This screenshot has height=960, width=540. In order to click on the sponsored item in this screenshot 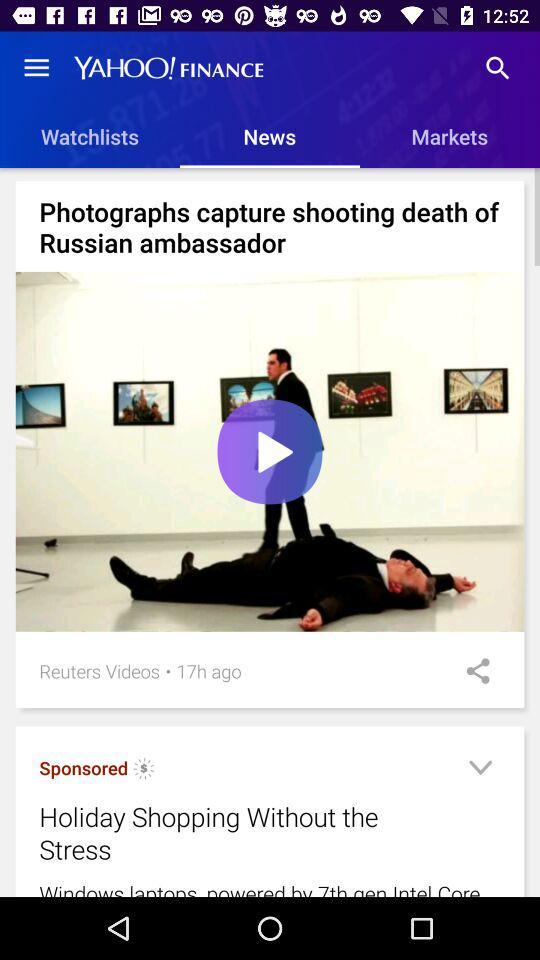, I will do `click(82, 767)`.